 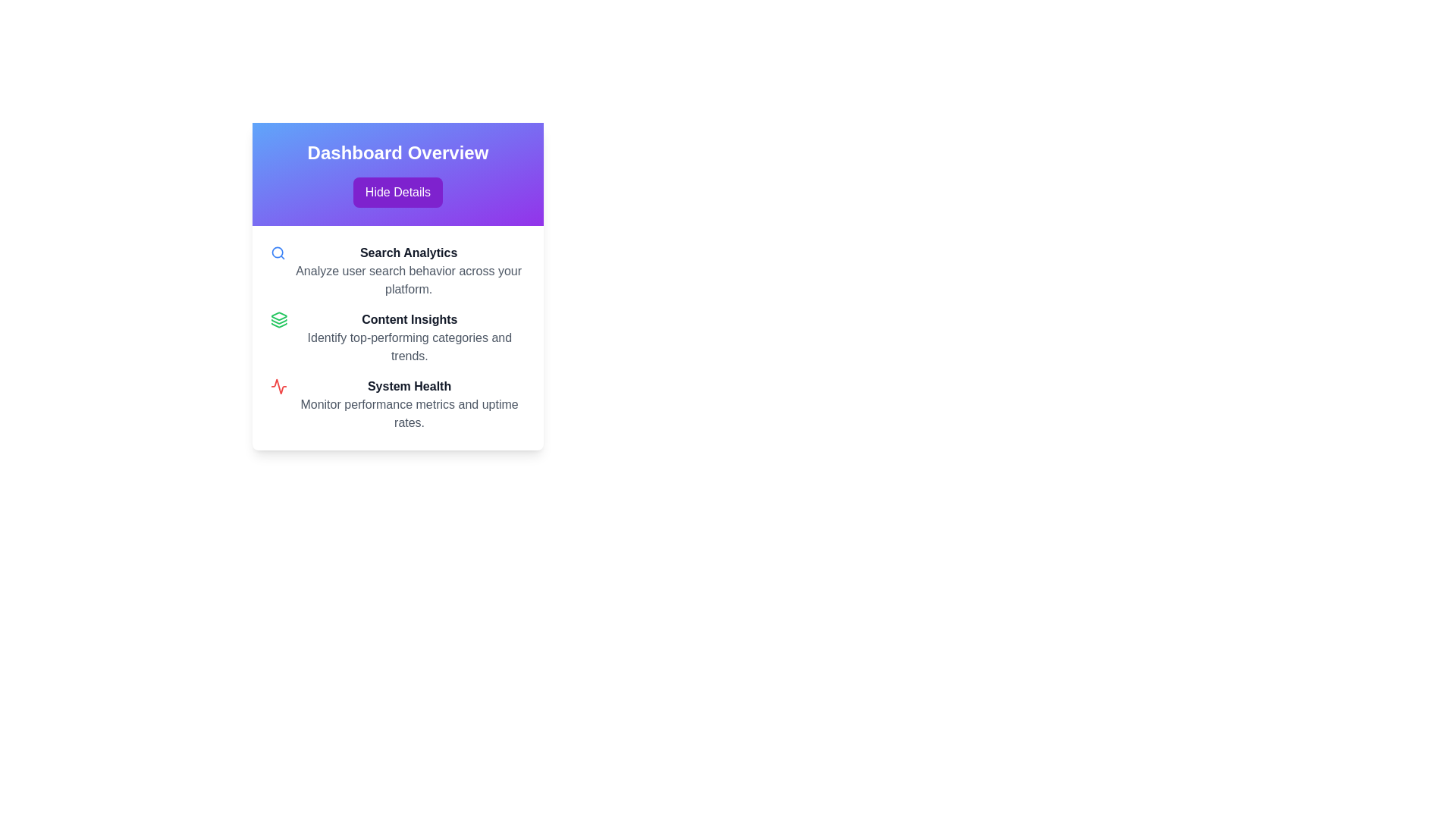 What do you see at coordinates (278, 253) in the screenshot?
I see `the search icon represented by a magnifying glass with a blue outline, located to the left of the text 'Search Analytics' in the dashboard overview` at bounding box center [278, 253].